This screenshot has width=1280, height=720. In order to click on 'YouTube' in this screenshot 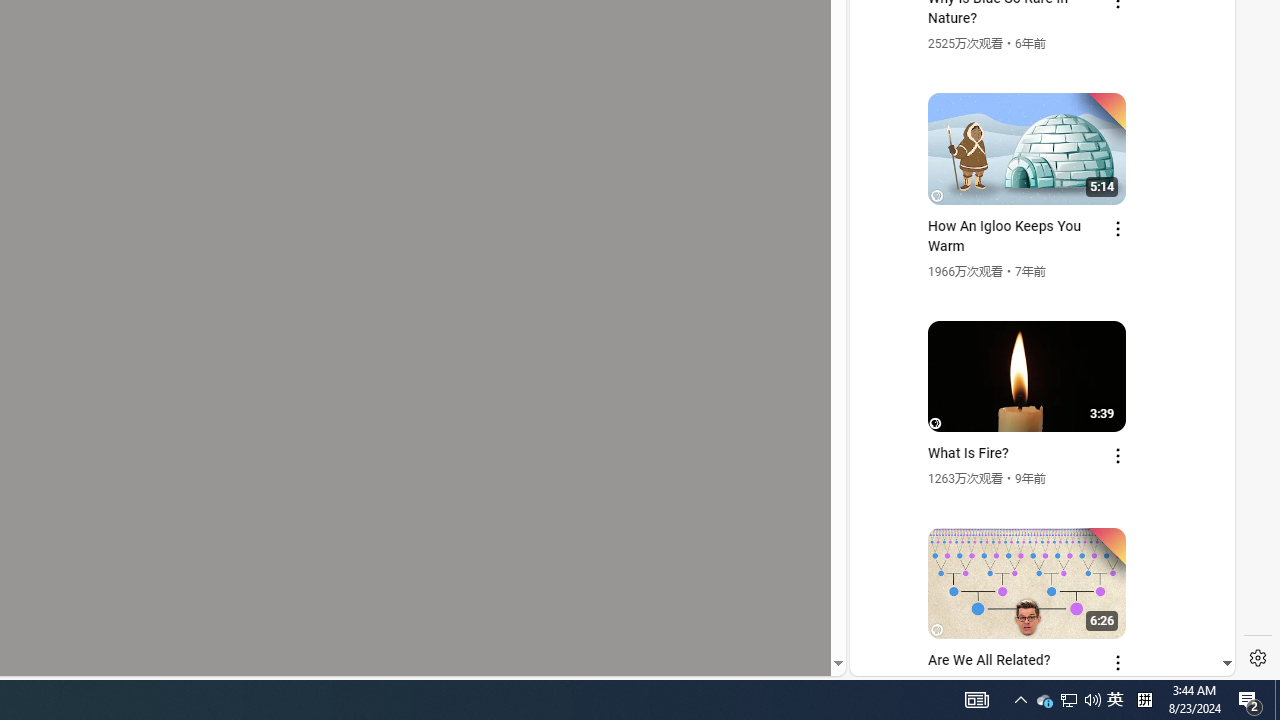, I will do `click(1034, 431)`.